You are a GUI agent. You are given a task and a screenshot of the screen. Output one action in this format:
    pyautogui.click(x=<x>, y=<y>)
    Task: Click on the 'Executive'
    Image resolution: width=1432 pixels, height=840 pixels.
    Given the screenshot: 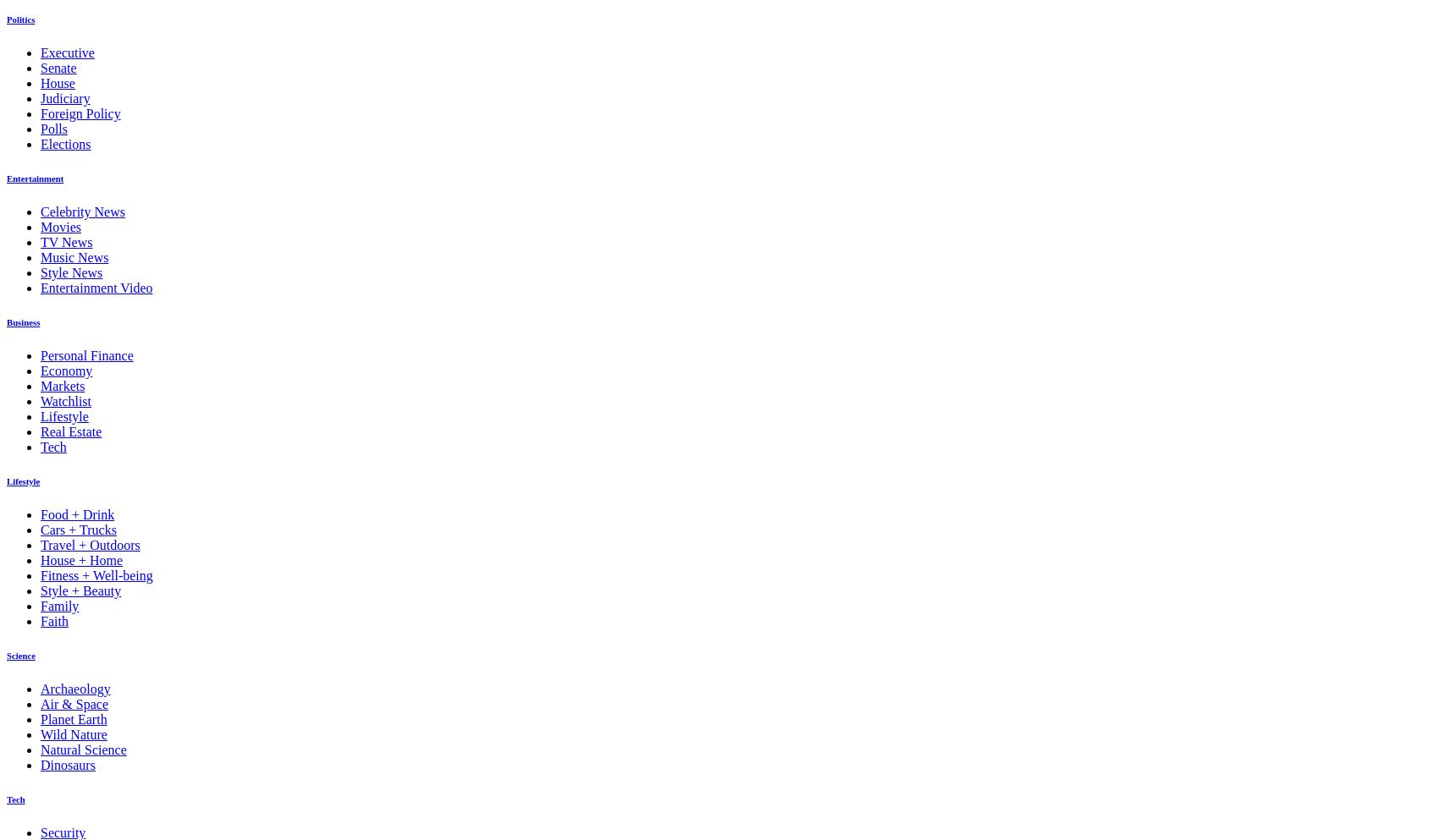 What is the action you would take?
    pyautogui.click(x=67, y=52)
    